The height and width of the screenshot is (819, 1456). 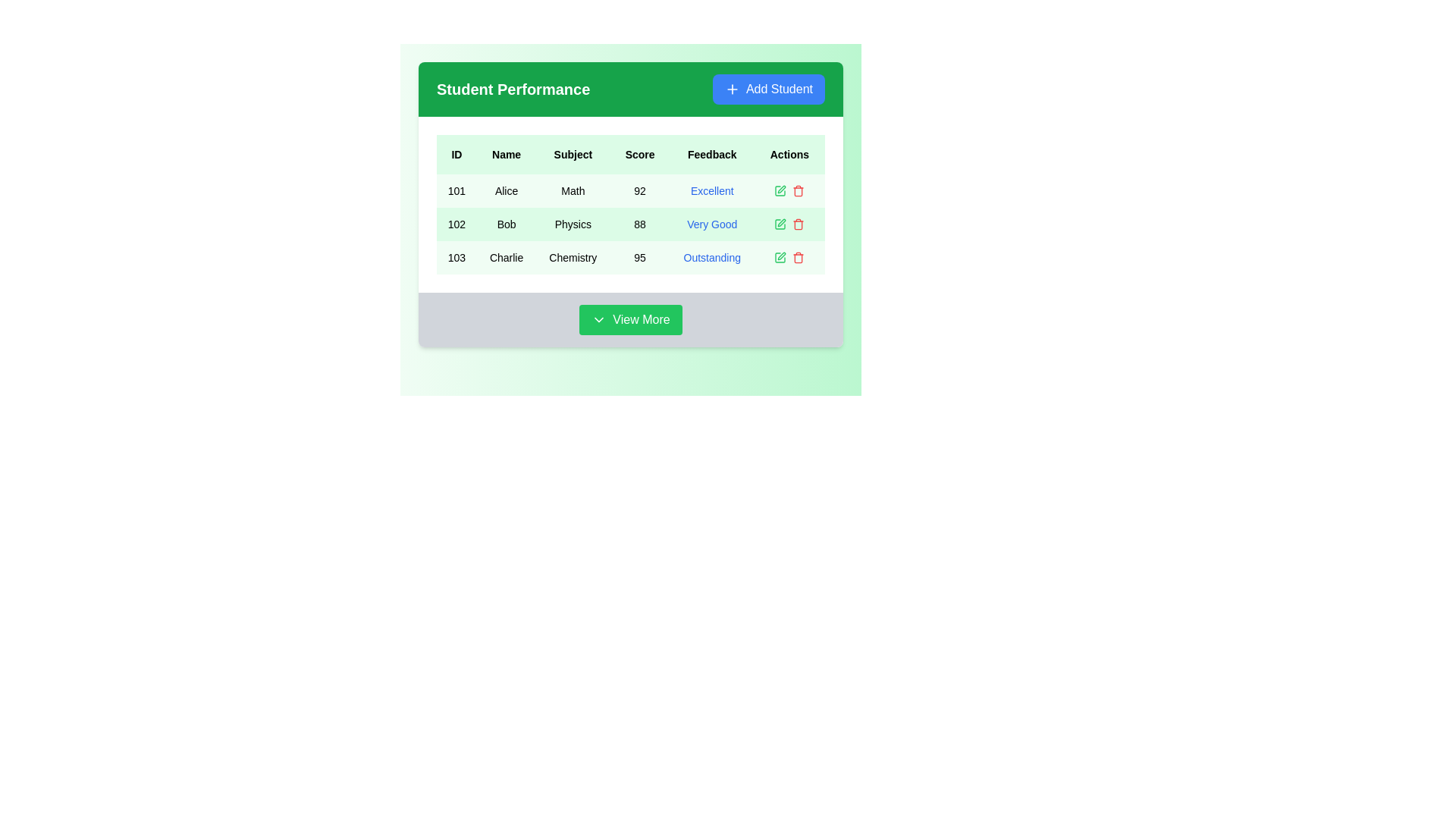 What do you see at coordinates (630, 224) in the screenshot?
I see `the text within the second row of the 'Student Performance' table, which contains attributes such as 'ID: 102', 'Name: Bob', 'Subject: Physics', 'Score: 88', 'Feedback: Very Good'` at bounding box center [630, 224].